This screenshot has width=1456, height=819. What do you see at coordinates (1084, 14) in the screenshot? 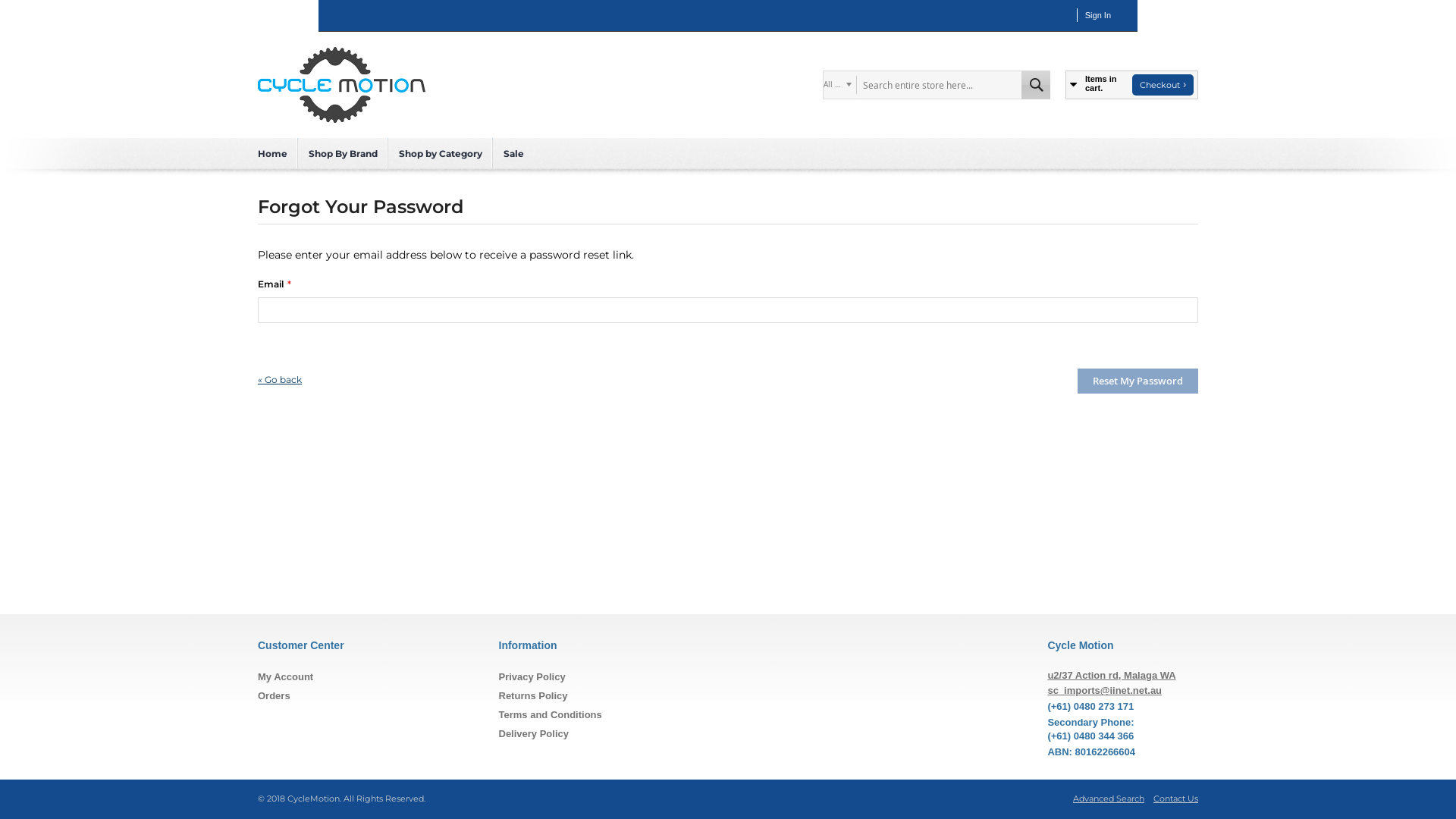
I see `'Sign In'` at bounding box center [1084, 14].